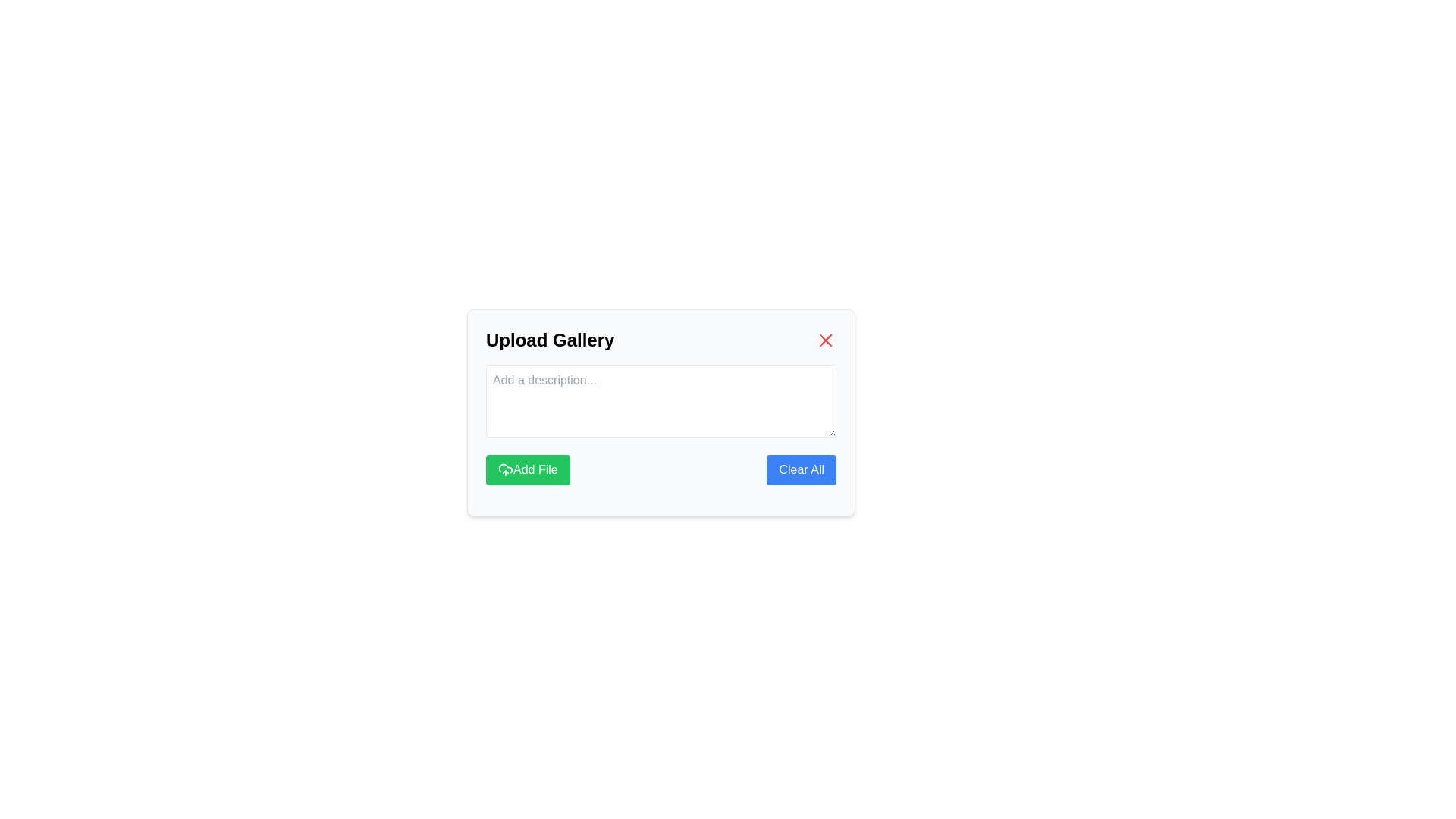 The height and width of the screenshot is (819, 1456). I want to click on the lower part of the cloud-shaped icon with a thin stroke, located above the 'Add File' button in the modal, so click(506, 467).